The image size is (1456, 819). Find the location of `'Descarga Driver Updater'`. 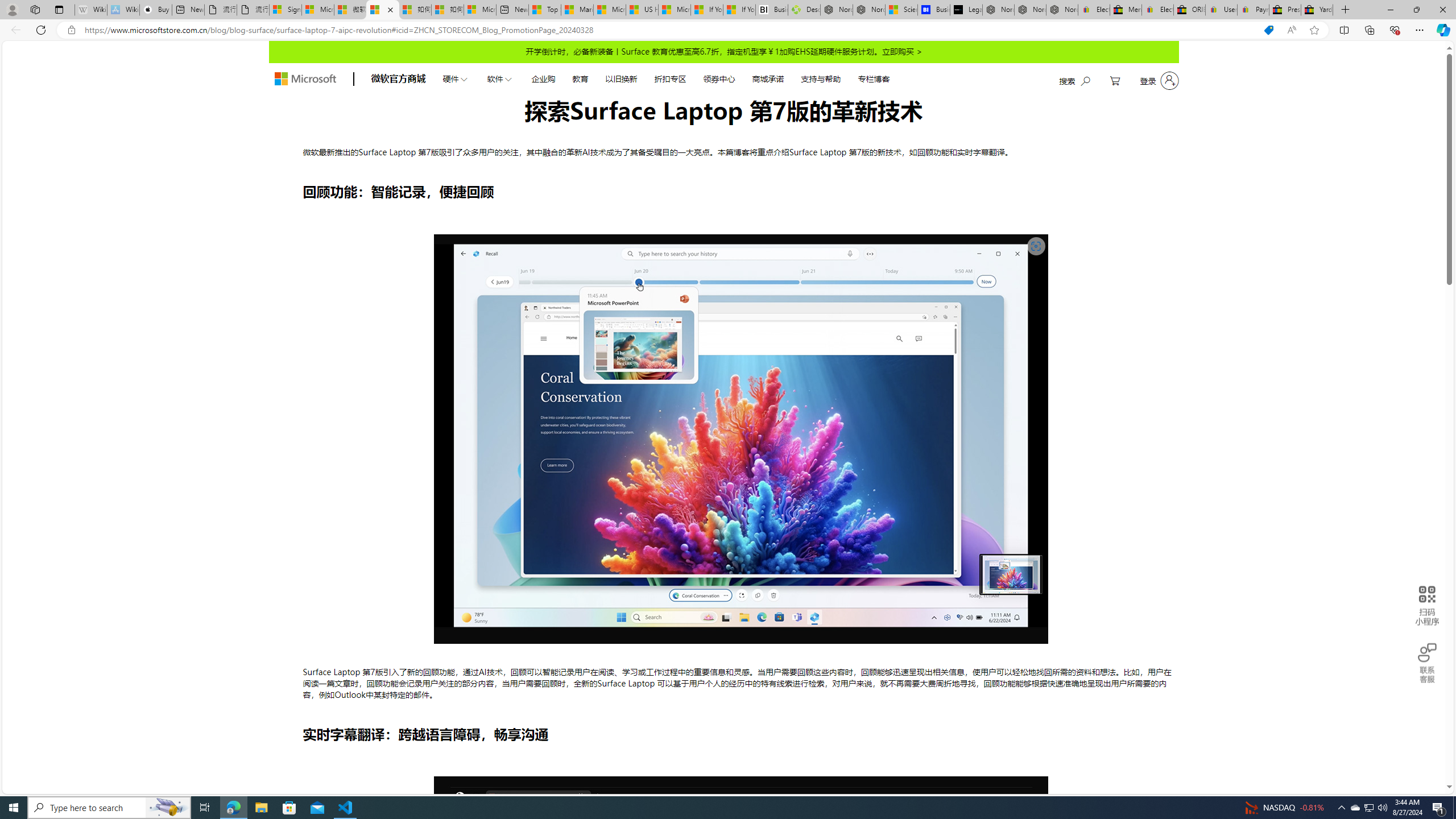

'Descarga Driver Updater' is located at coordinates (804, 9).